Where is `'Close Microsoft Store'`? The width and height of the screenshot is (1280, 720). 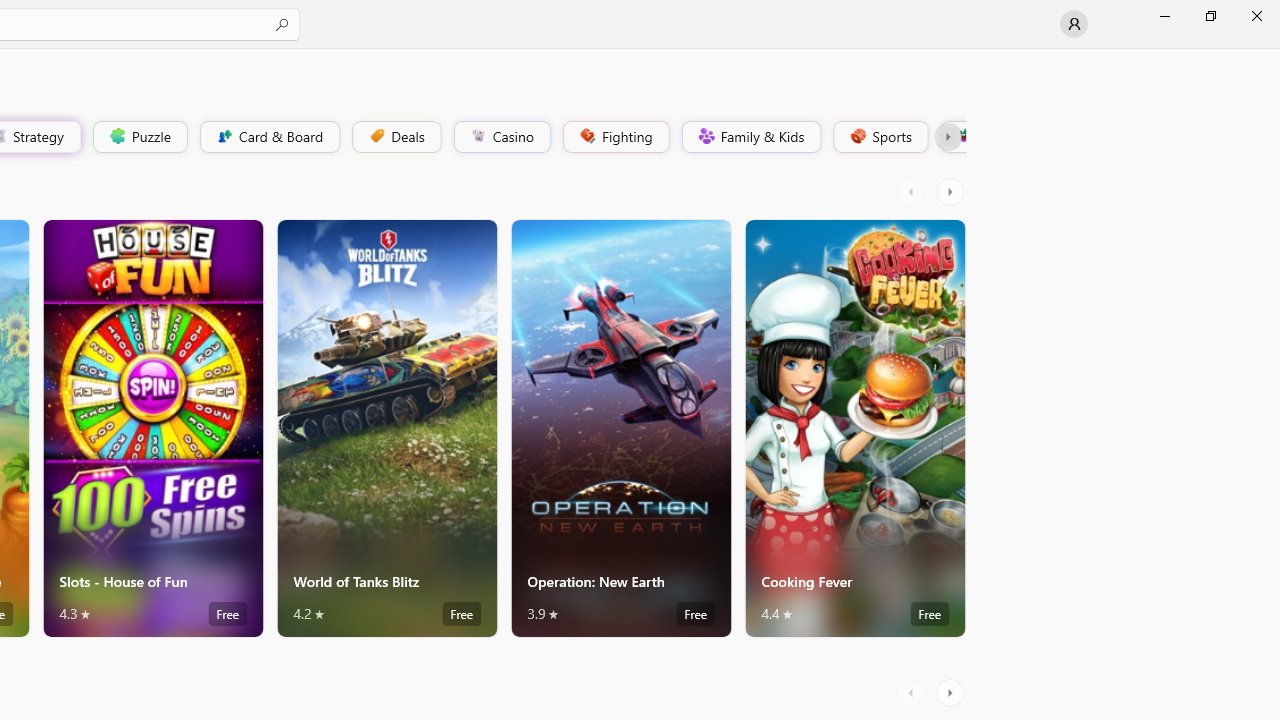 'Close Microsoft Store' is located at coordinates (1255, 15).